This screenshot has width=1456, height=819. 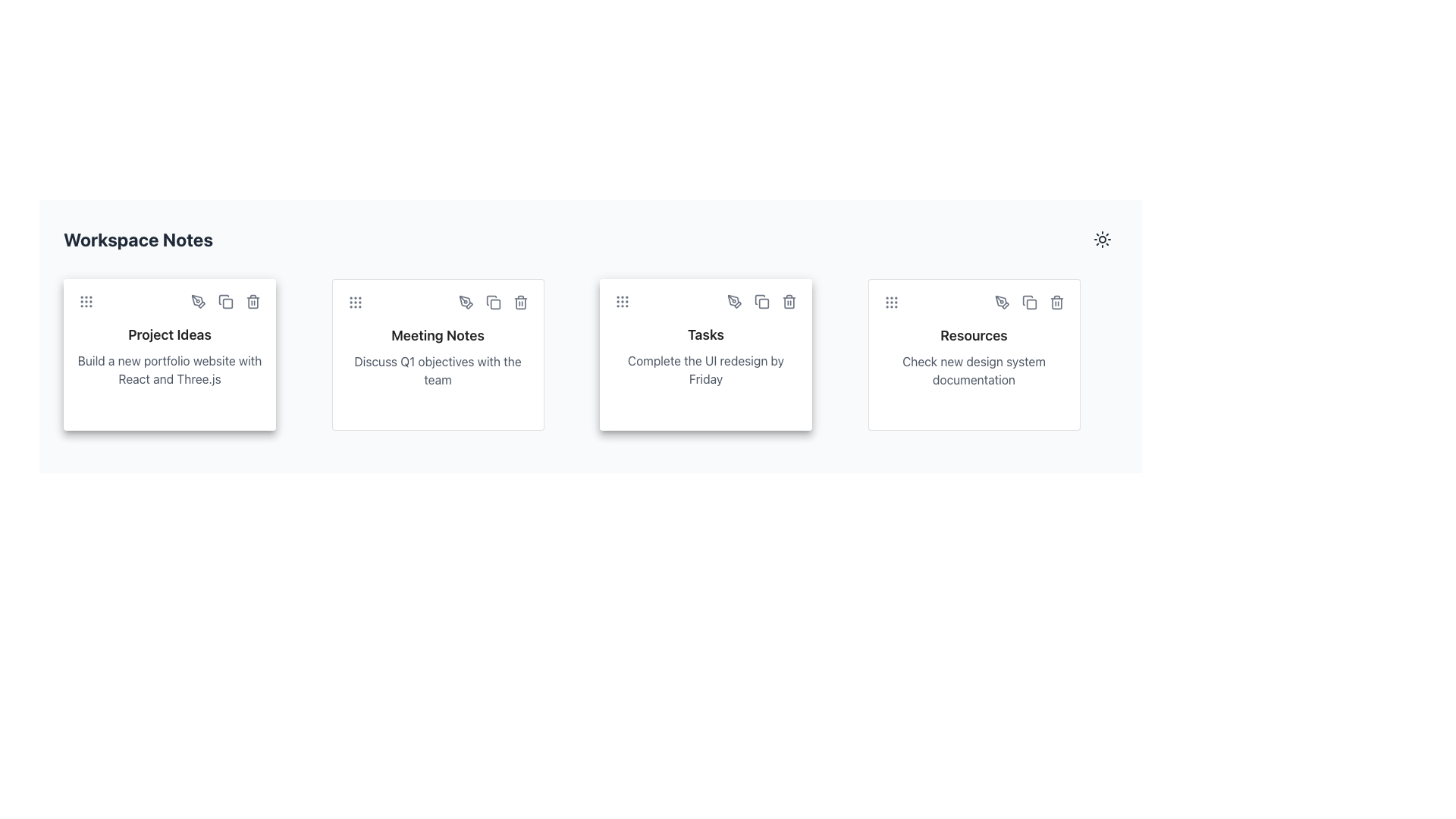 I want to click on the 'Resources' text label, which is part of a card within the 'Workspace Notes' section, located at the far-right position of a row of four cards, so click(x=974, y=335).